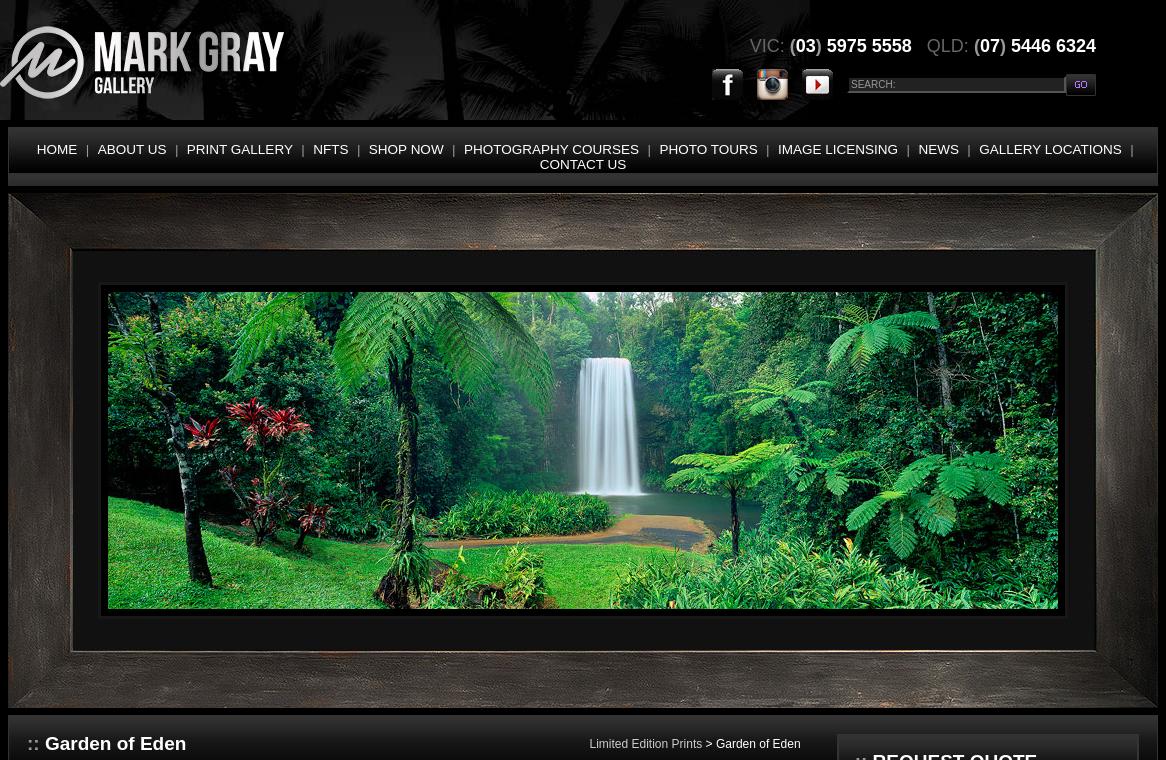 Image resolution: width=1166 pixels, height=760 pixels. I want to click on 'NEW PRINT RELEASE', so click(13, 201).